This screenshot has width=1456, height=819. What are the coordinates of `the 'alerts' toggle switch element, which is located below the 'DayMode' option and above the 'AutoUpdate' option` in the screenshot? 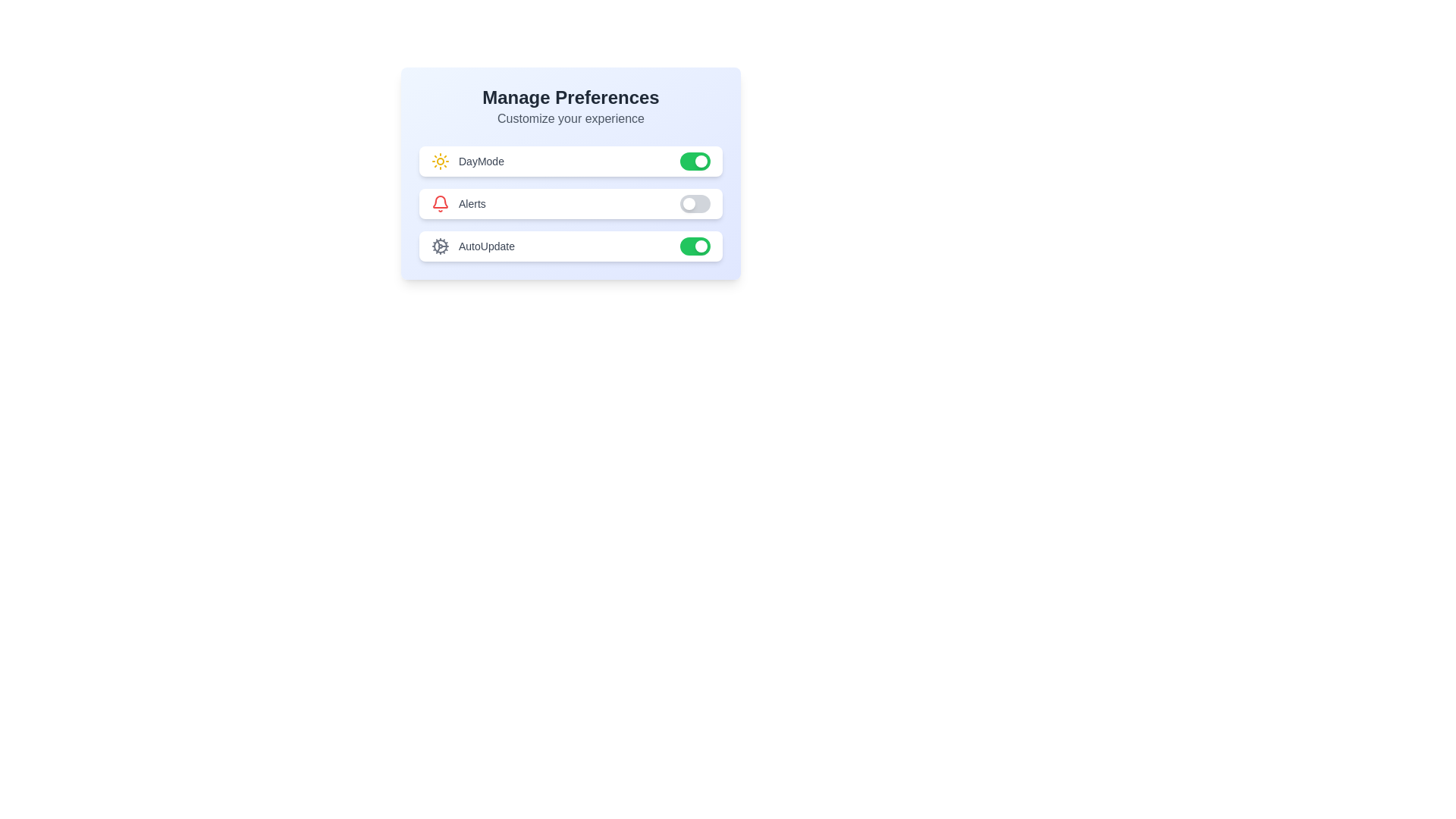 It's located at (570, 203).